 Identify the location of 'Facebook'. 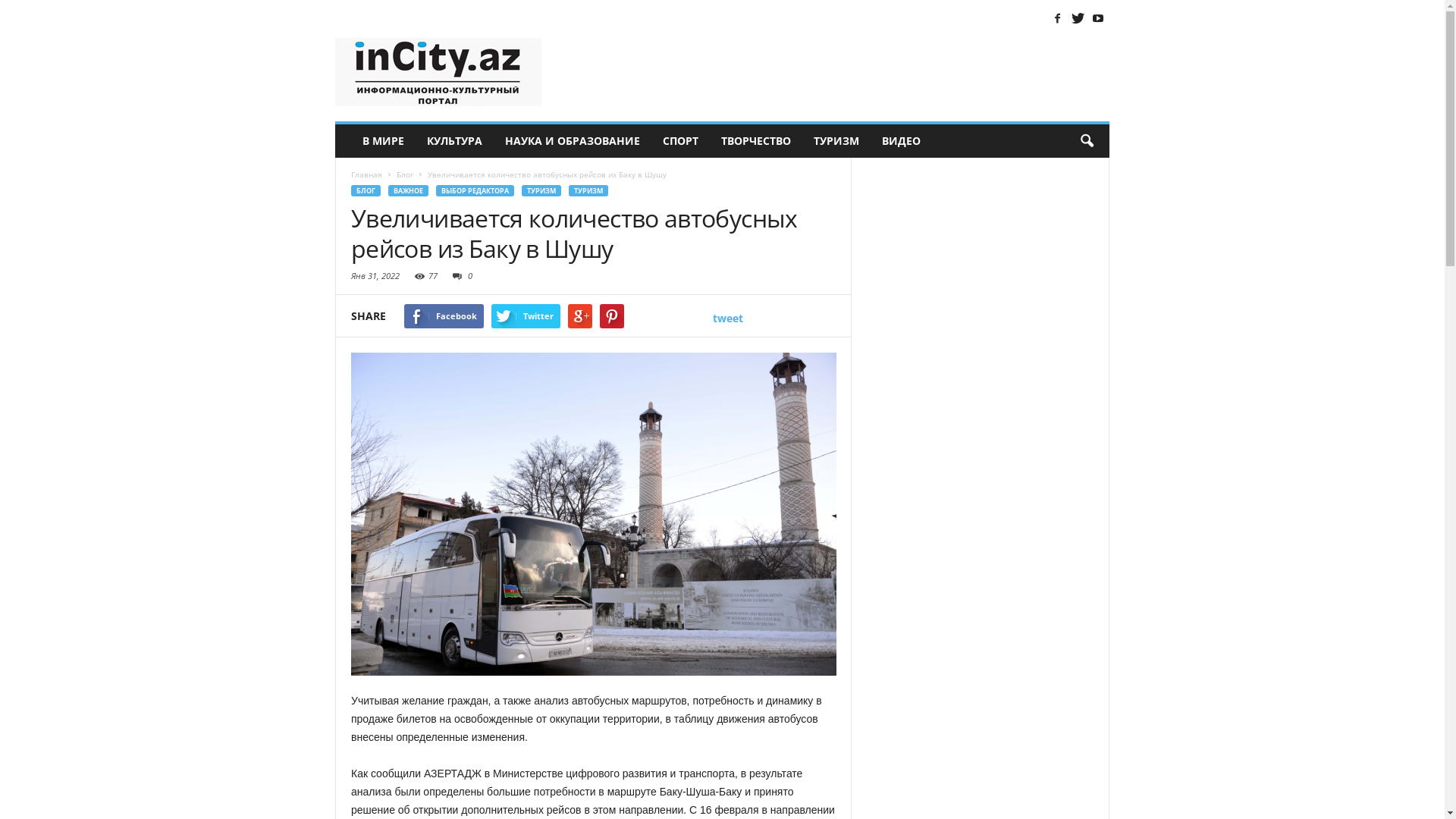
(443, 315).